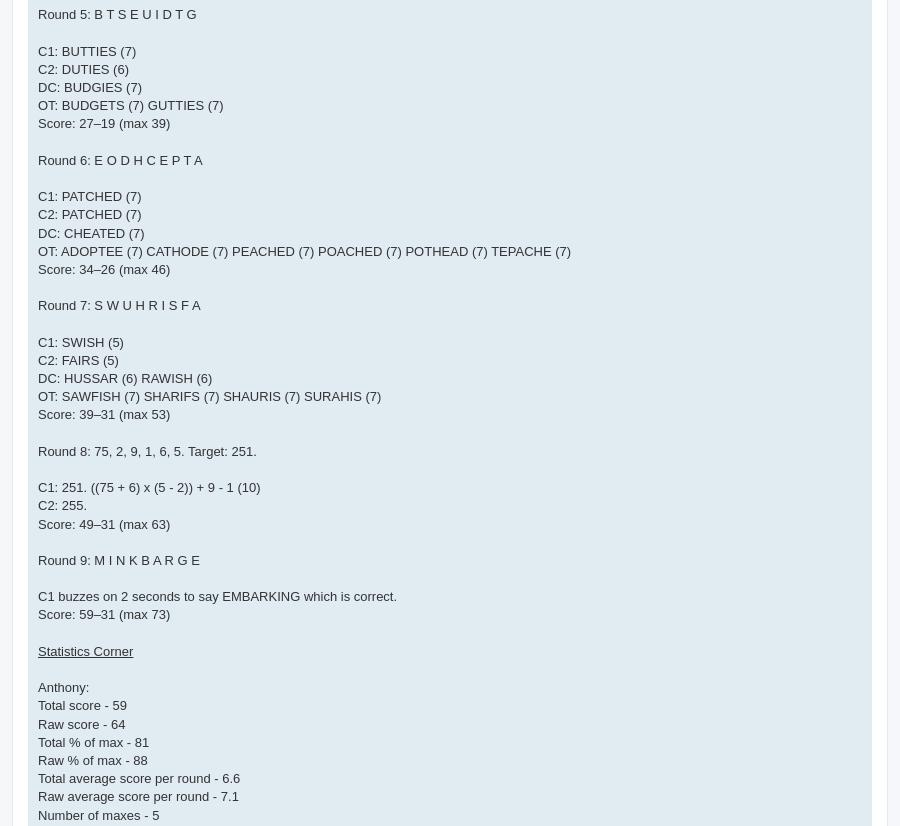 The height and width of the screenshot is (826, 900). Describe the element at coordinates (88, 196) in the screenshot. I see `'C1: PATCHED (7)'` at that location.